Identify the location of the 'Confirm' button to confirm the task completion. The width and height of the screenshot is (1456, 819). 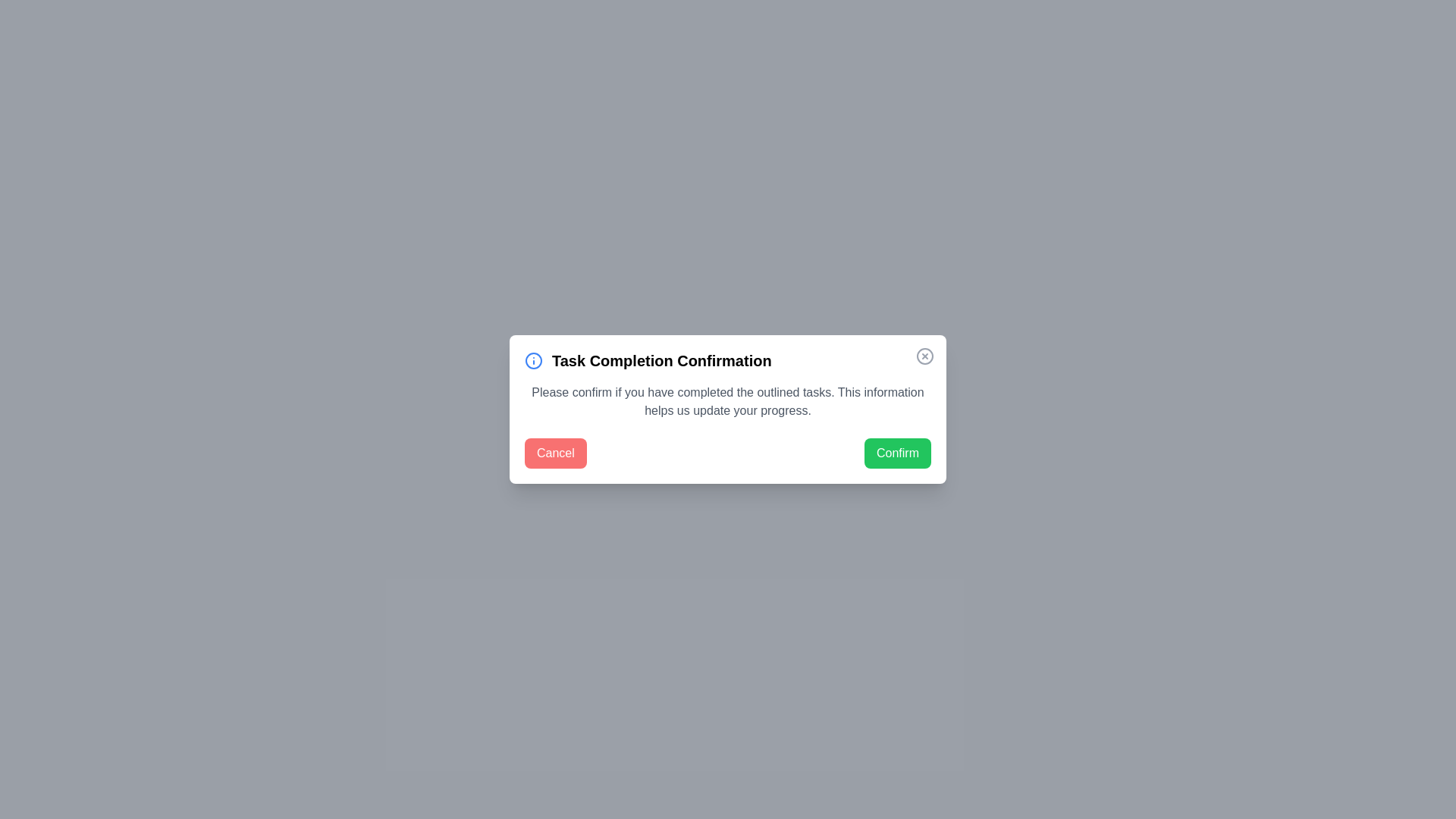
(898, 452).